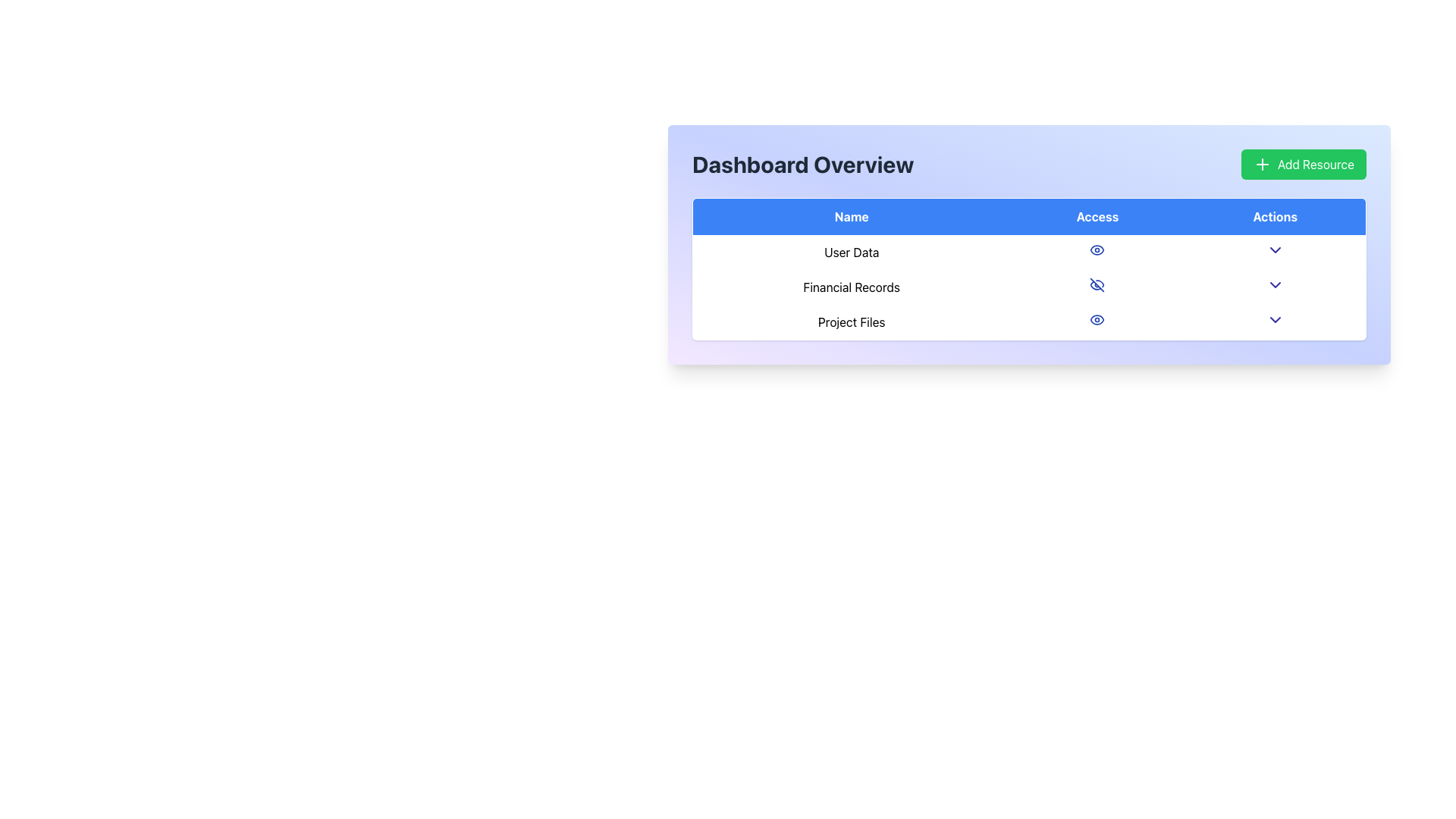 This screenshot has width=1456, height=819. What do you see at coordinates (852, 216) in the screenshot?
I see `the first column header of the table, which specifies the data category for item names, located under the 'Dashboard Overview' title` at bounding box center [852, 216].